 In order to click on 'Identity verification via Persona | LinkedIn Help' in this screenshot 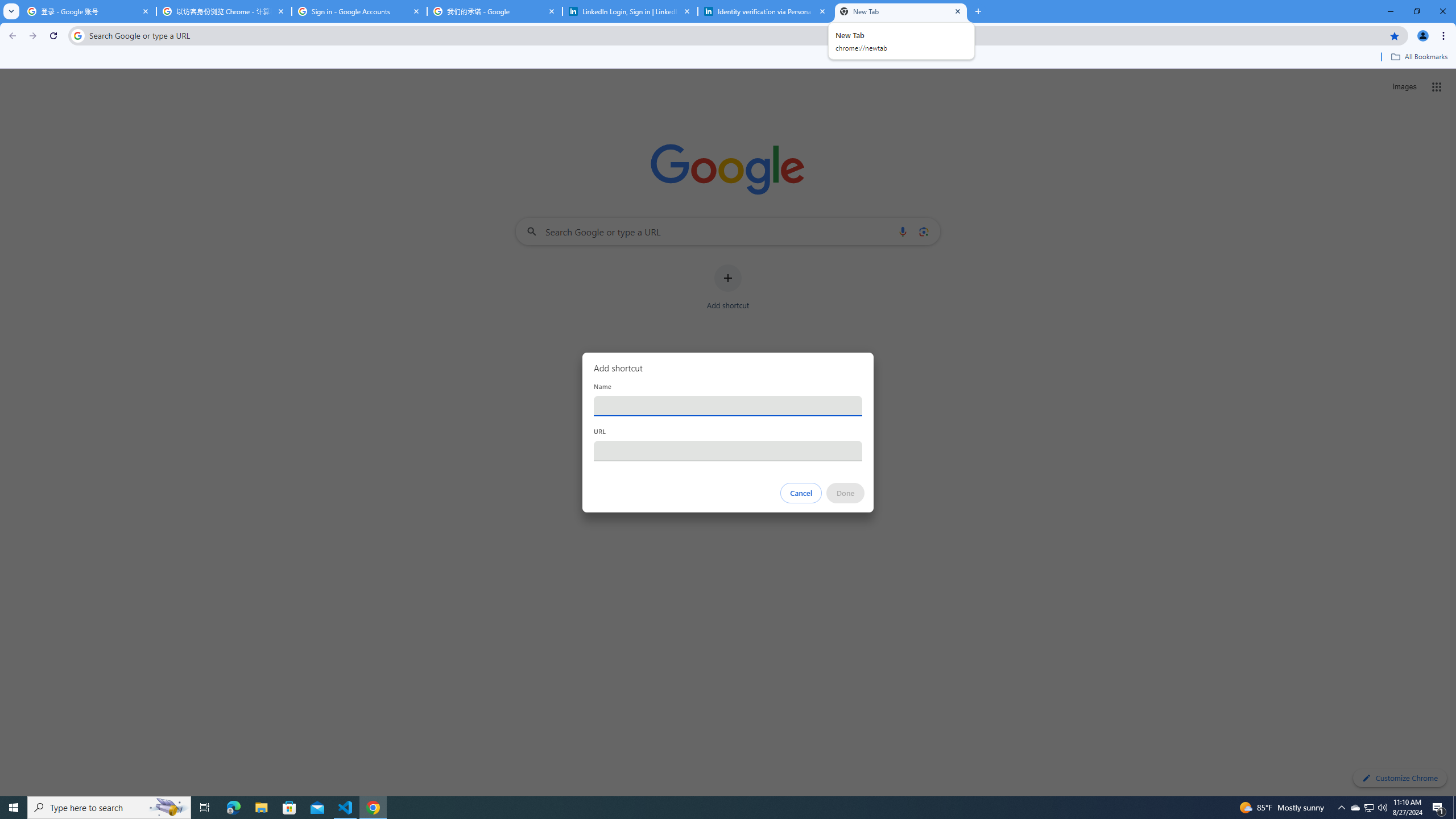, I will do `click(765, 11)`.